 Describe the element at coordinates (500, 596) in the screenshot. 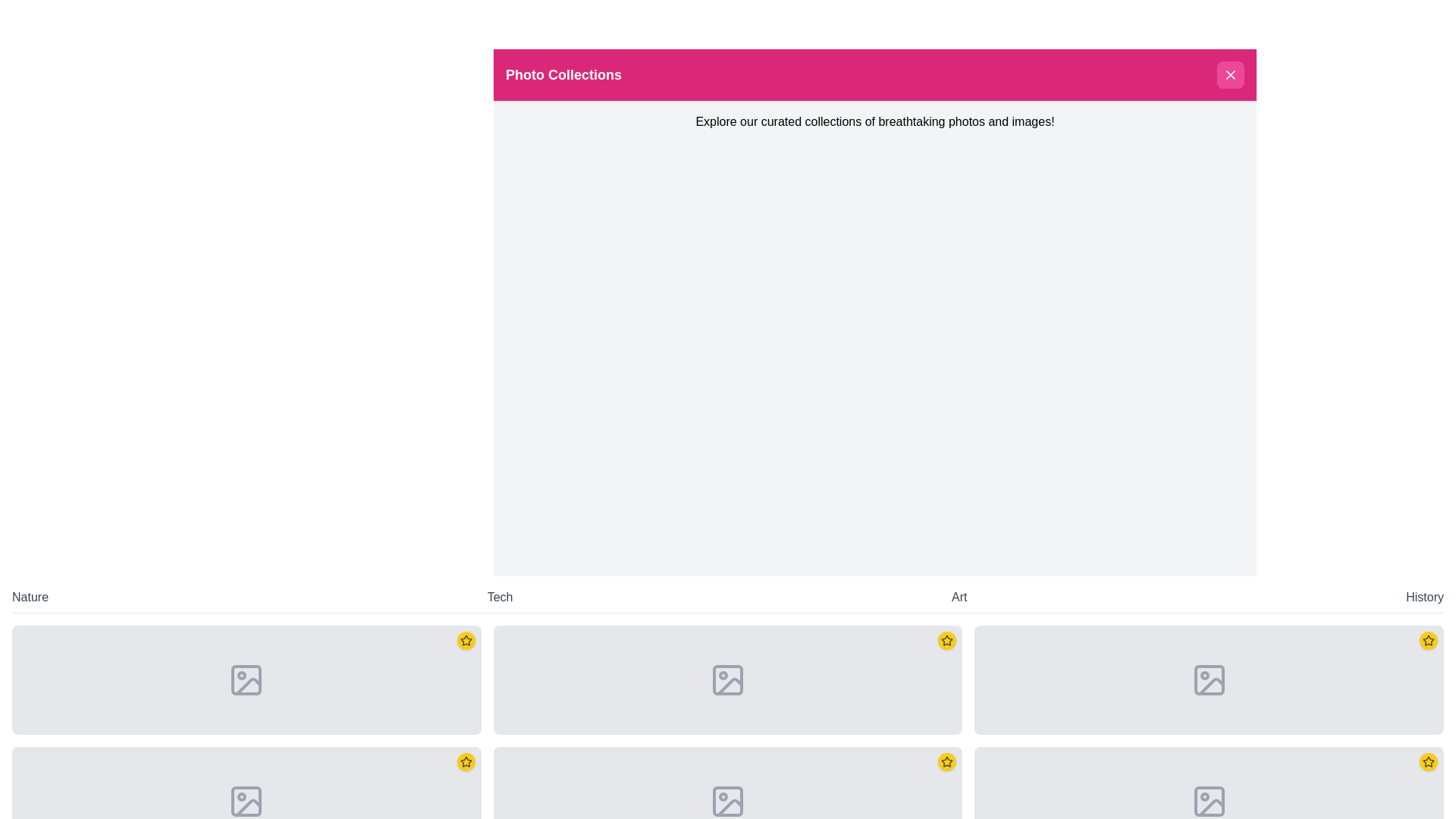

I see `the 'Tech' text label, which is styled in gray and capitalized` at that location.